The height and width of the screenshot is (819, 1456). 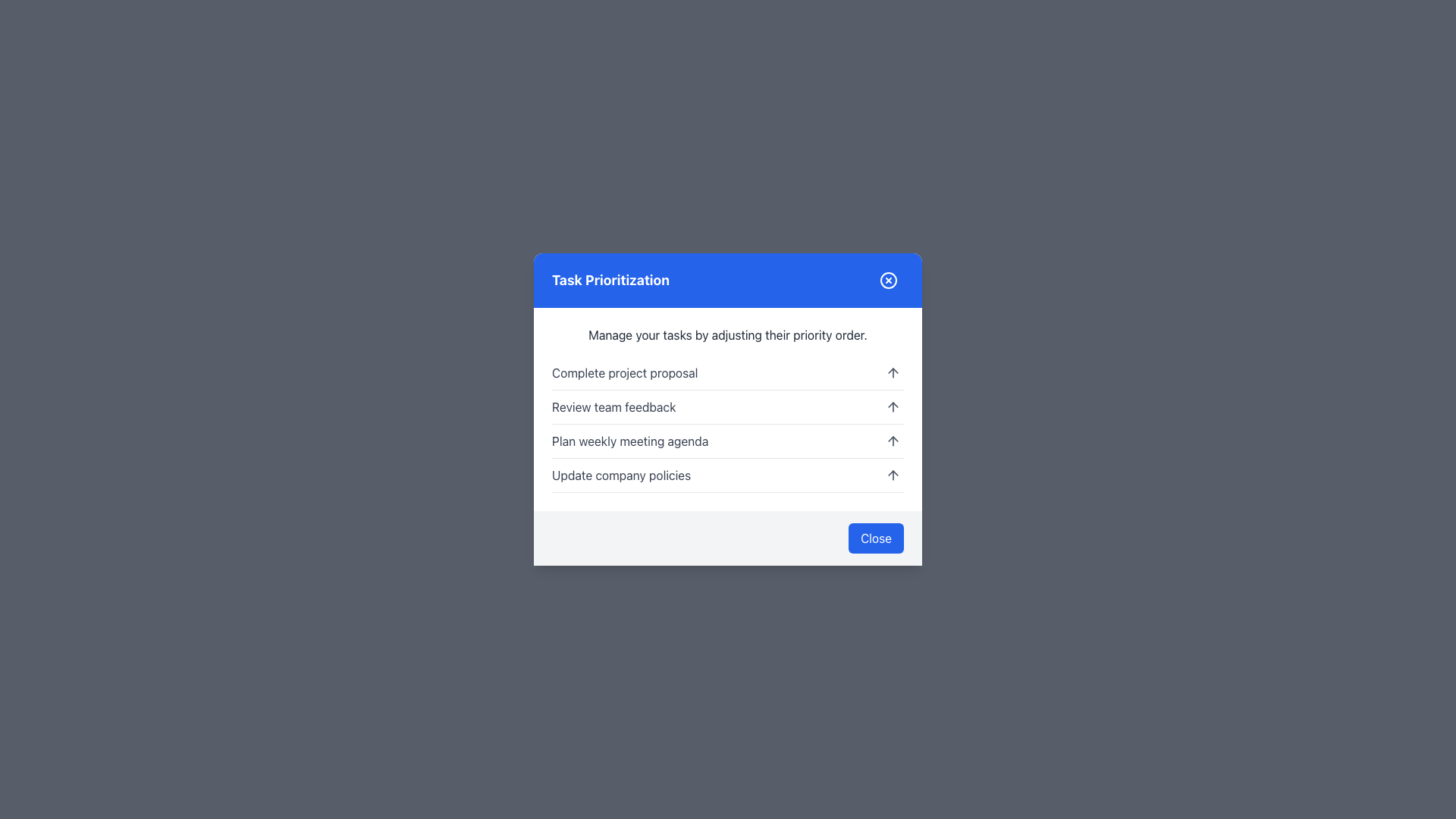 I want to click on the text label displaying 'Review team feedback' in the task prioritization modal, so click(x=613, y=406).